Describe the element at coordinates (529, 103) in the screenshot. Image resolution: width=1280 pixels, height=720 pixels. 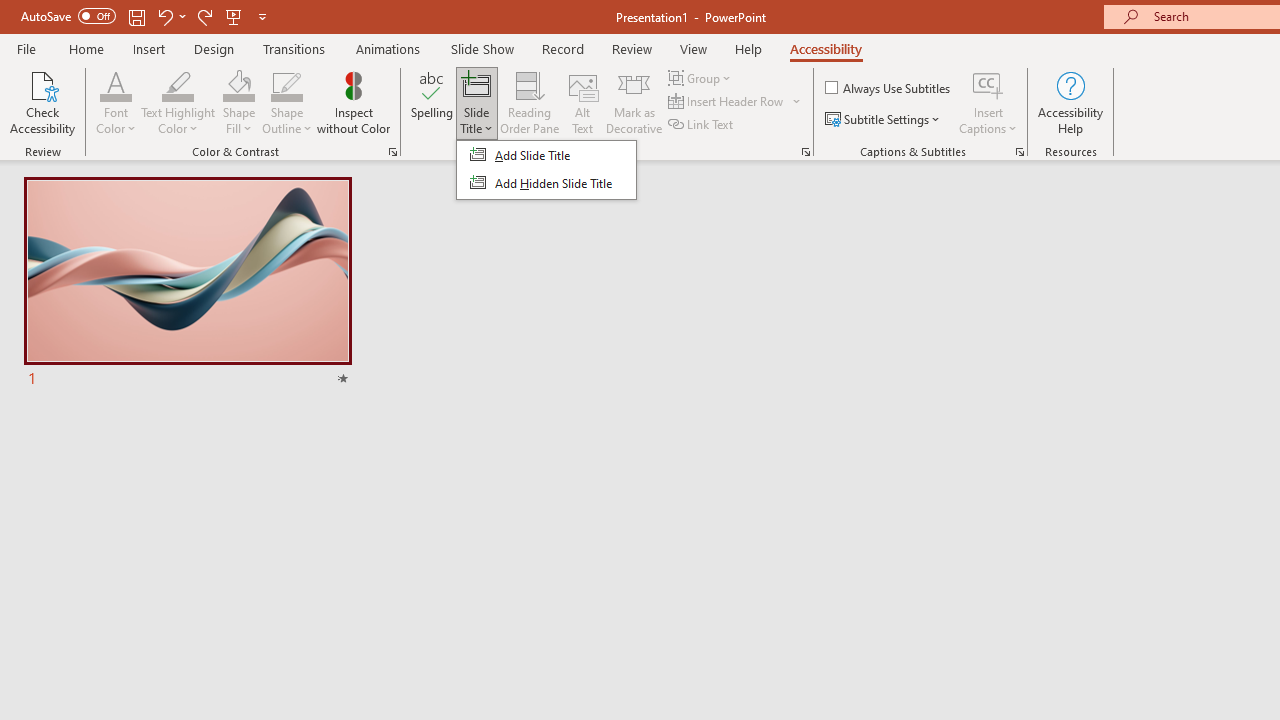
I see `'Reading Order Pane'` at that location.